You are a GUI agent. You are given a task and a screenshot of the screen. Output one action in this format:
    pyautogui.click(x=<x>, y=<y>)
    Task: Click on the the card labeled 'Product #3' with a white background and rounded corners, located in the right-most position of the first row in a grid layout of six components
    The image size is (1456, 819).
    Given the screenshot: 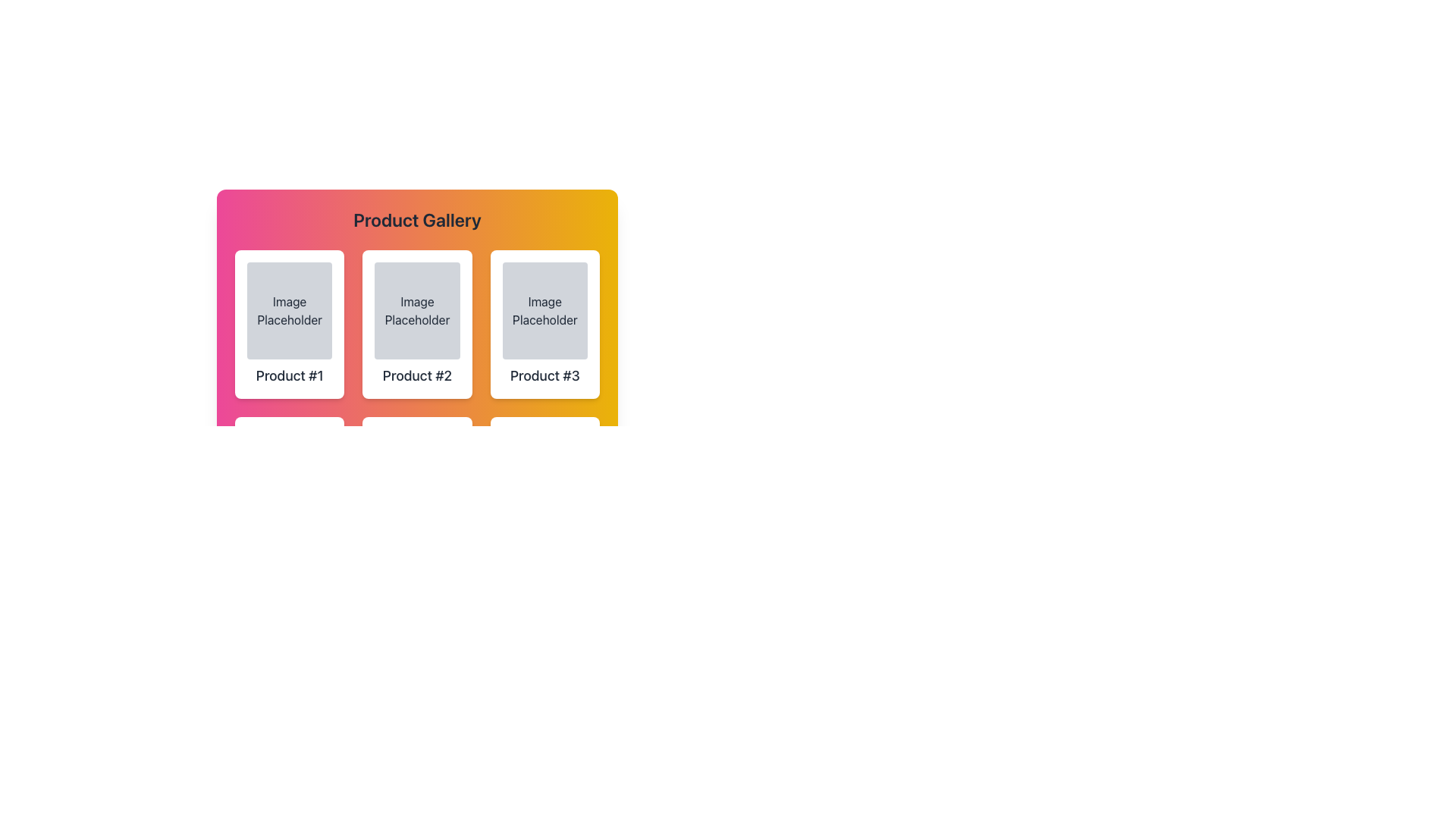 What is the action you would take?
    pyautogui.click(x=544, y=324)
    